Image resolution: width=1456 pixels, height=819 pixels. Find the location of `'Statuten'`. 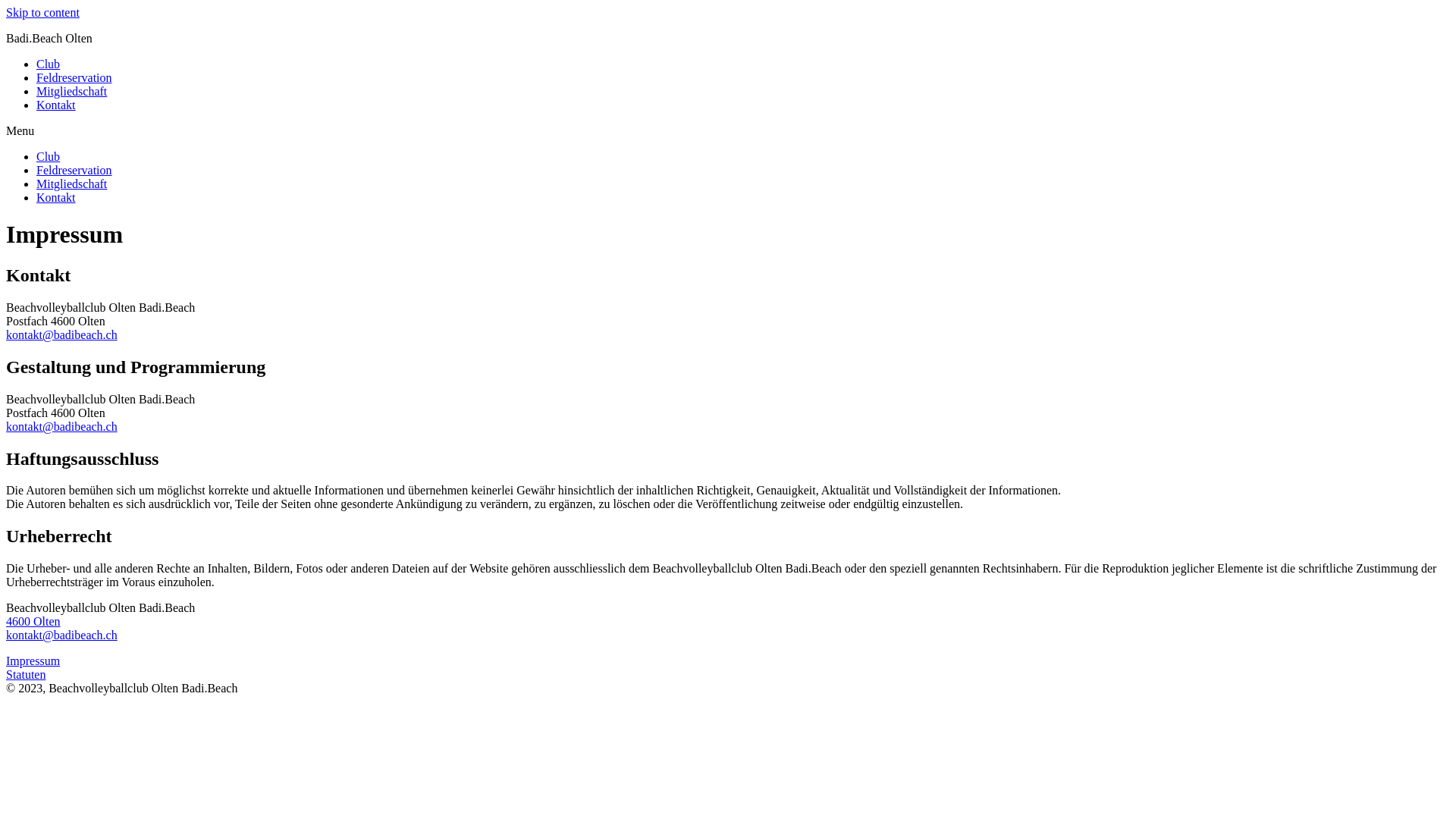

'Statuten' is located at coordinates (25, 673).